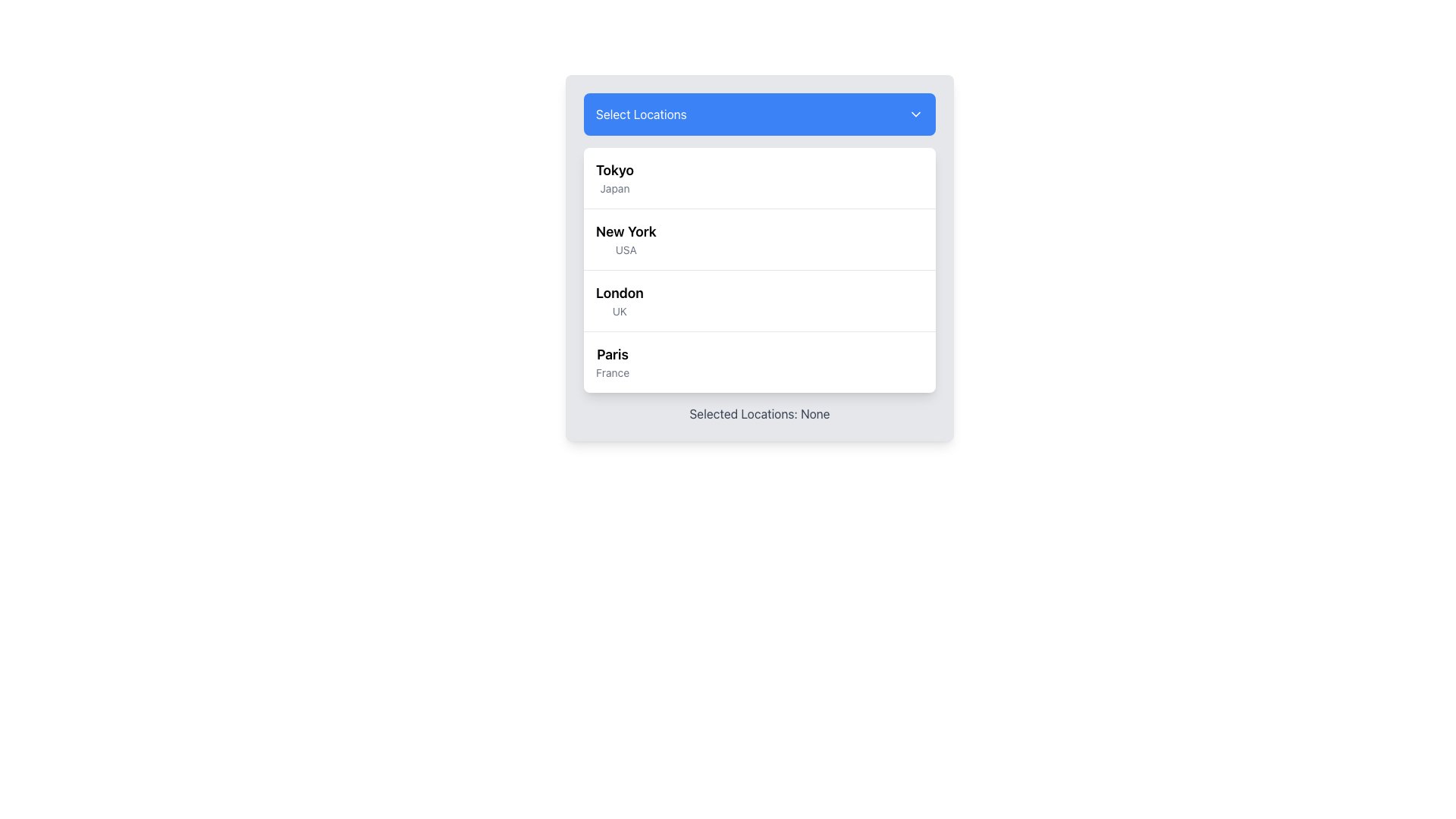  I want to click on the first selectable item in the dropdown menu, so click(760, 177).